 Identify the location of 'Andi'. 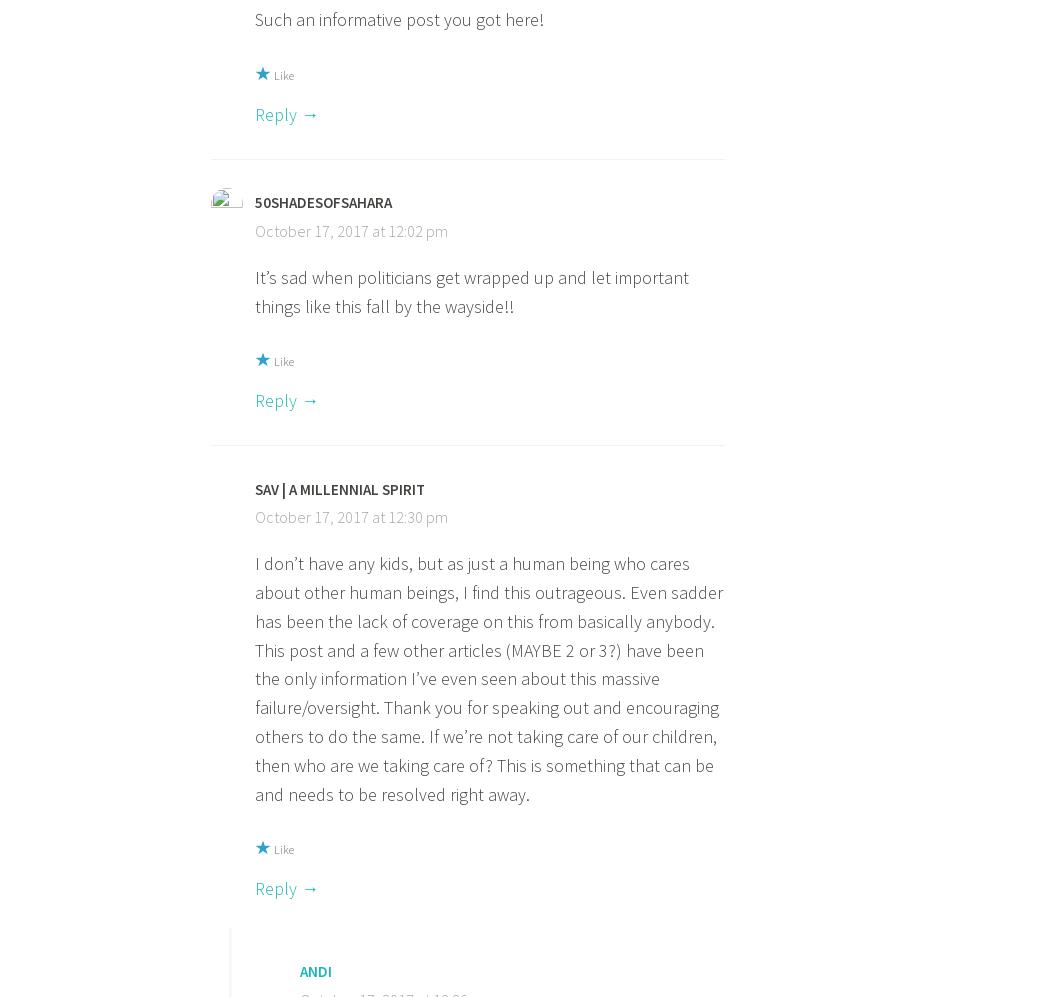
(316, 969).